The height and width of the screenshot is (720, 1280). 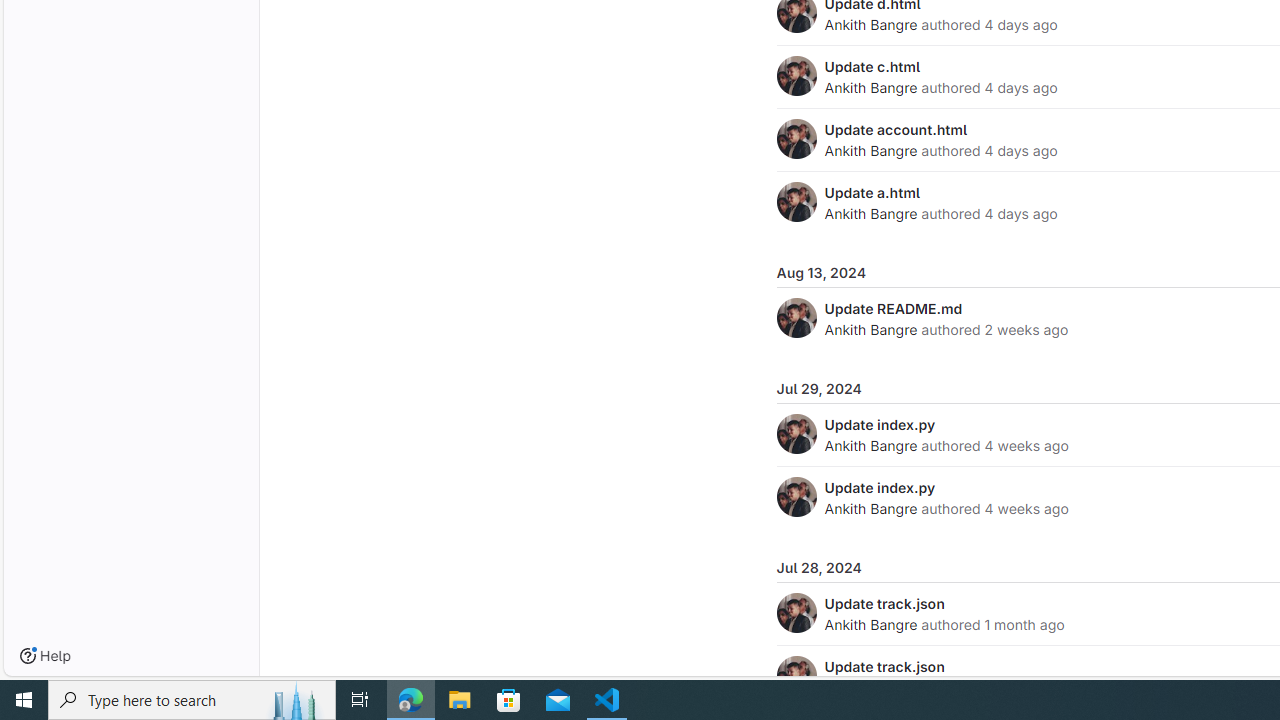 What do you see at coordinates (895, 129) in the screenshot?
I see `'Update account.html'` at bounding box center [895, 129].